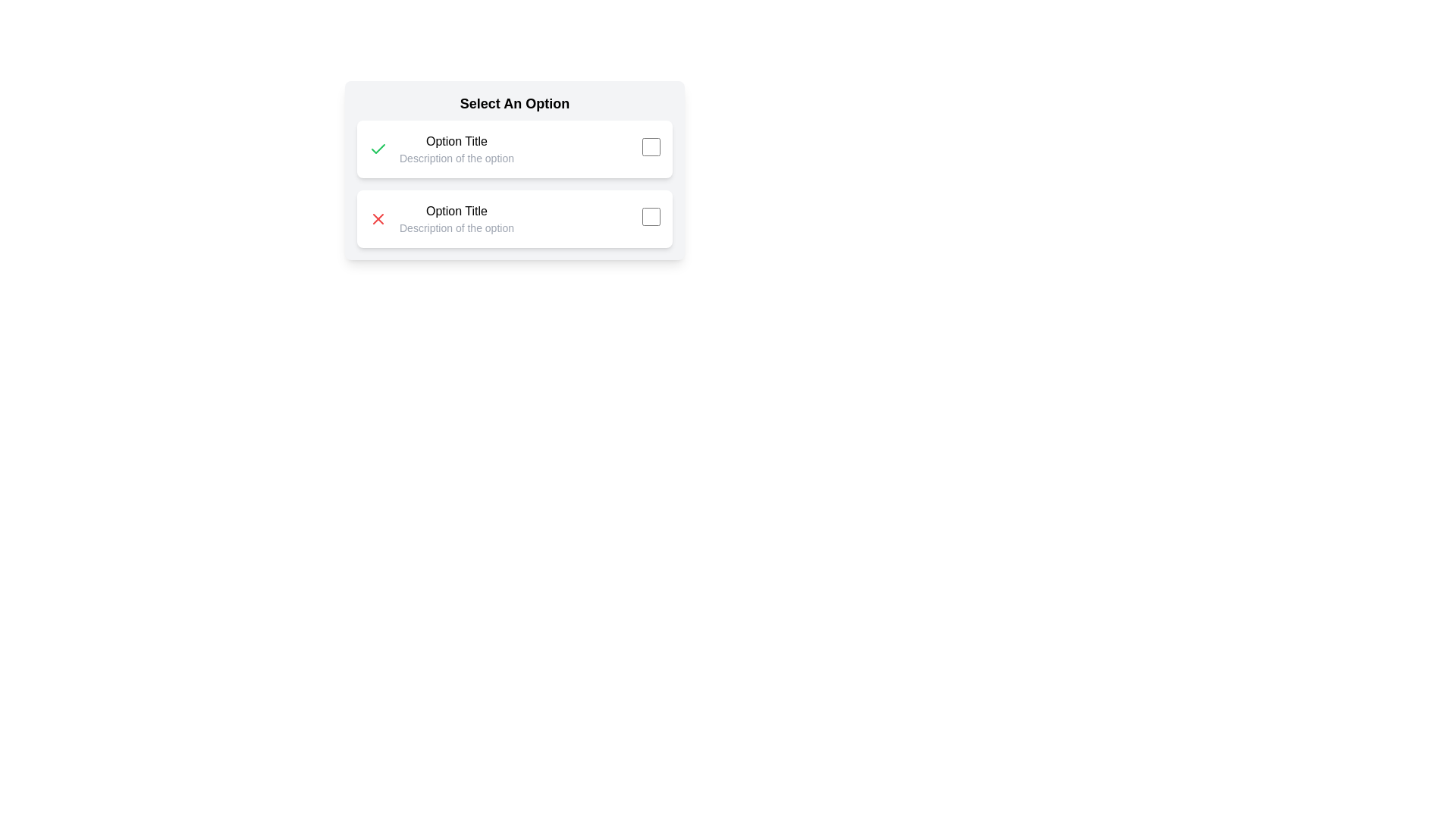 The image size is (1456, 819). What do you see at coordinates (456, 227) in the screenshot?
I see `the descriptive text label that conveys information about the option displayed above it, positioned below 'Option Title'` at bounding box center [456, 227].